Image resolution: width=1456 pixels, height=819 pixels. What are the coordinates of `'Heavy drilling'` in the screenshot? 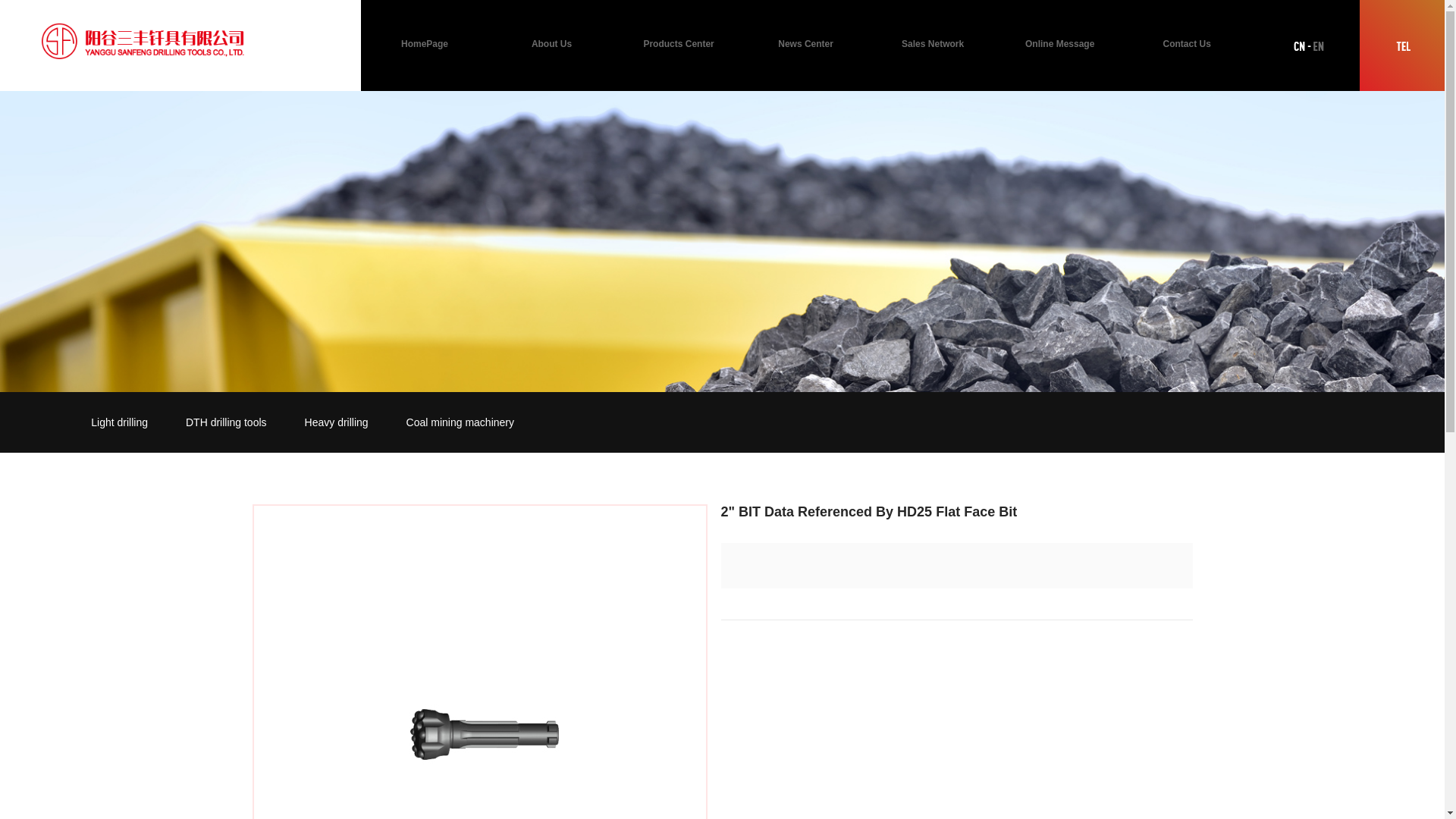 It's located at (336, 422).